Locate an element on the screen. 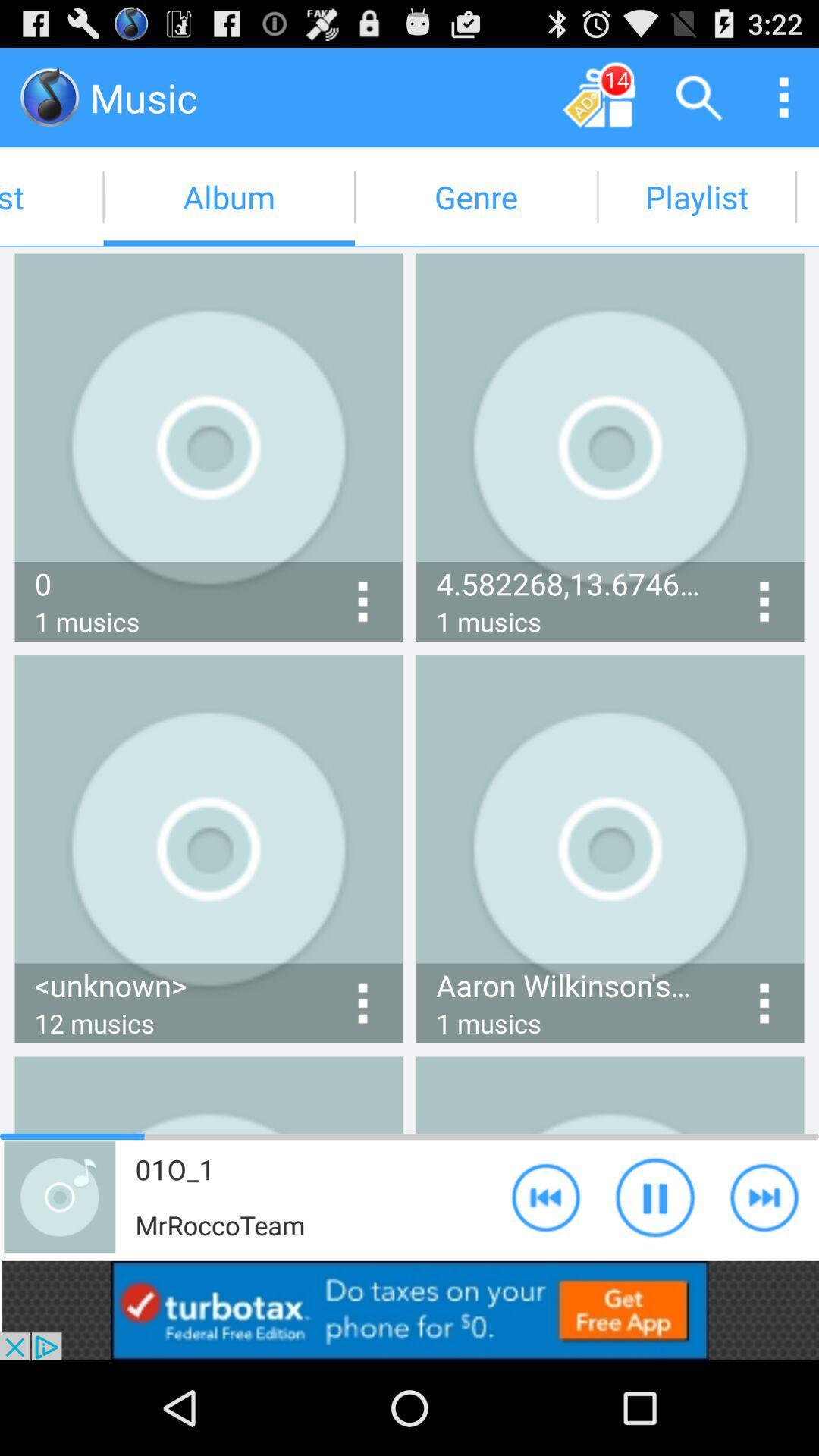  album is located at coordinates (229, 196).